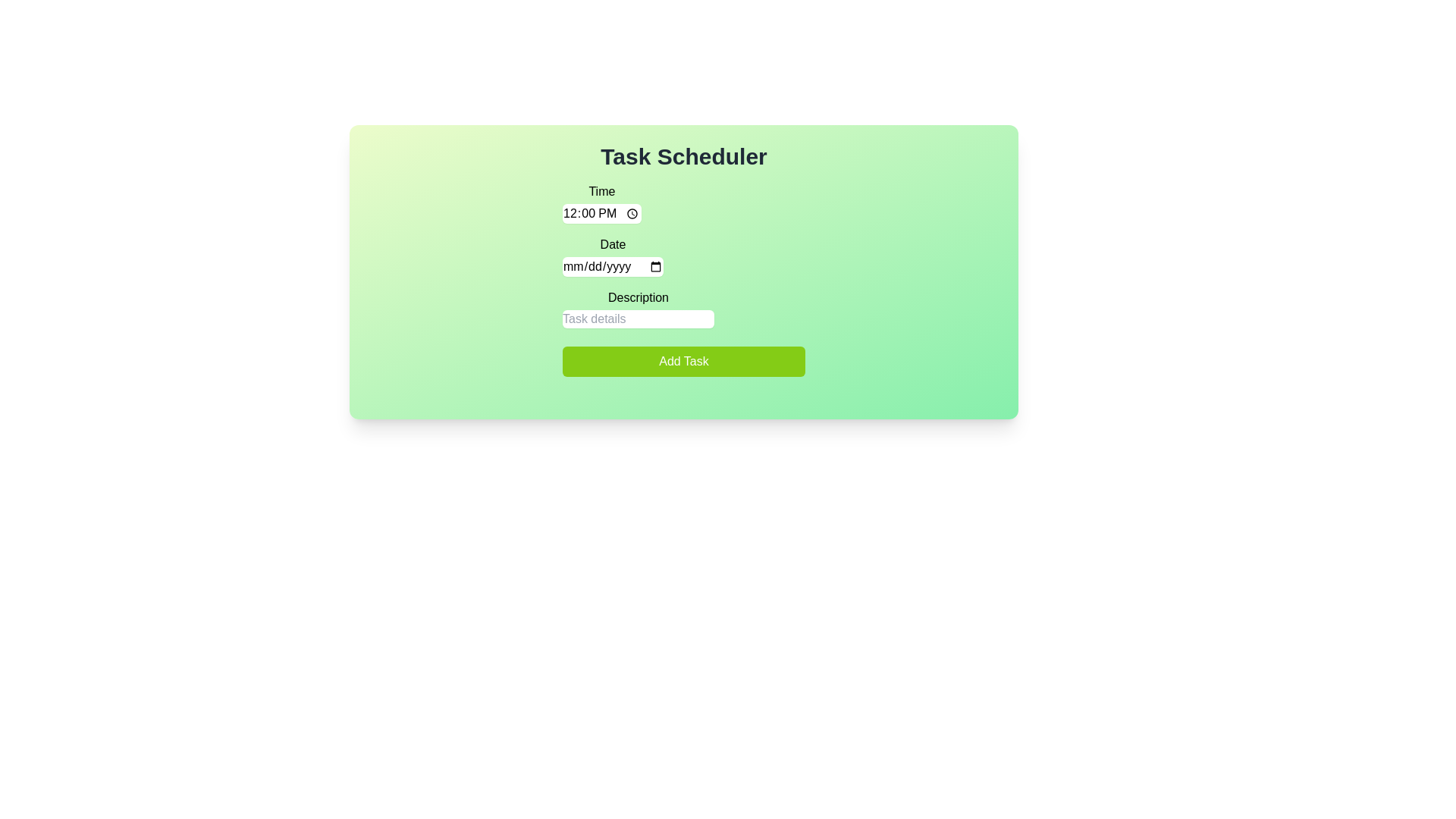 The height and width of the screenshot is (819, 1456). Describe the element at coordinates (613, 265) in the screenshot. I see `the Date input field, which is styled with rounded corners and a light border, located below the 'Date' label in the task-scheduling panel` at that location.